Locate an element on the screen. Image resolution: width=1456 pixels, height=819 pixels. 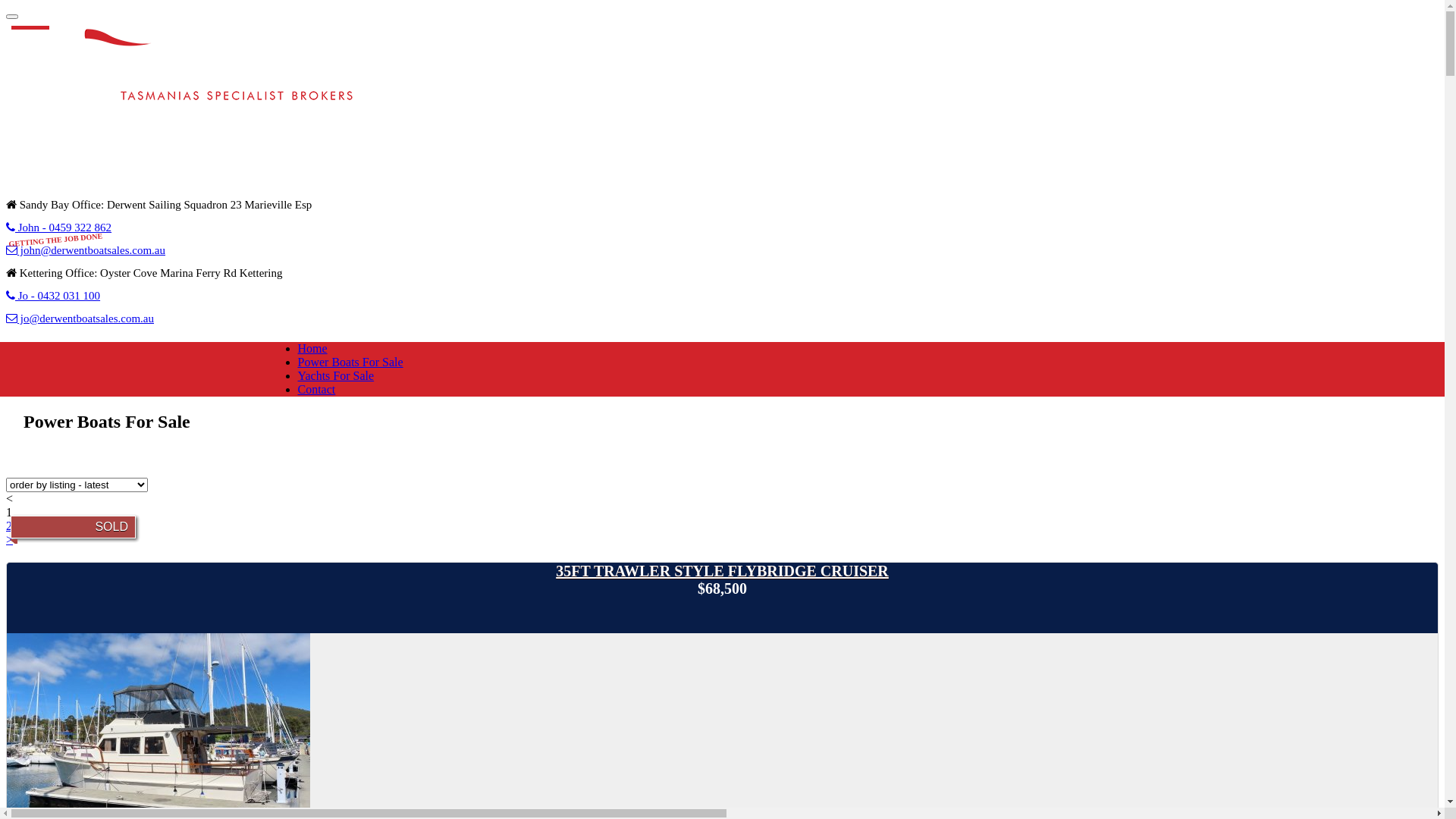
'Derwent Boat Sales' is located at coordinates (191, 84).